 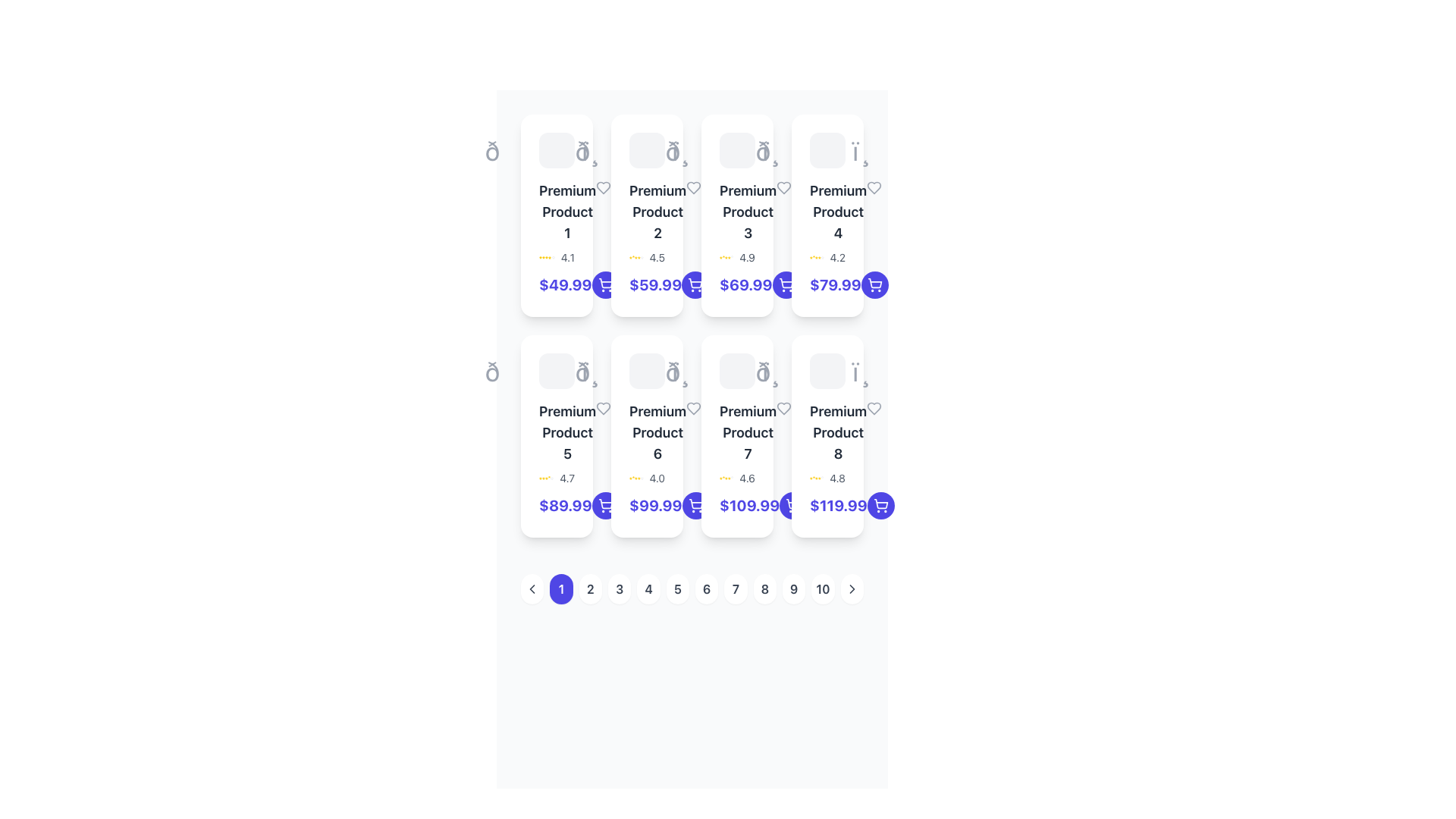 I want to click on the fourth star-shaped icon in a horizontal sequence of five, which is filled yellow and indicates a rating of 4.9, so click(x=726, y=256).